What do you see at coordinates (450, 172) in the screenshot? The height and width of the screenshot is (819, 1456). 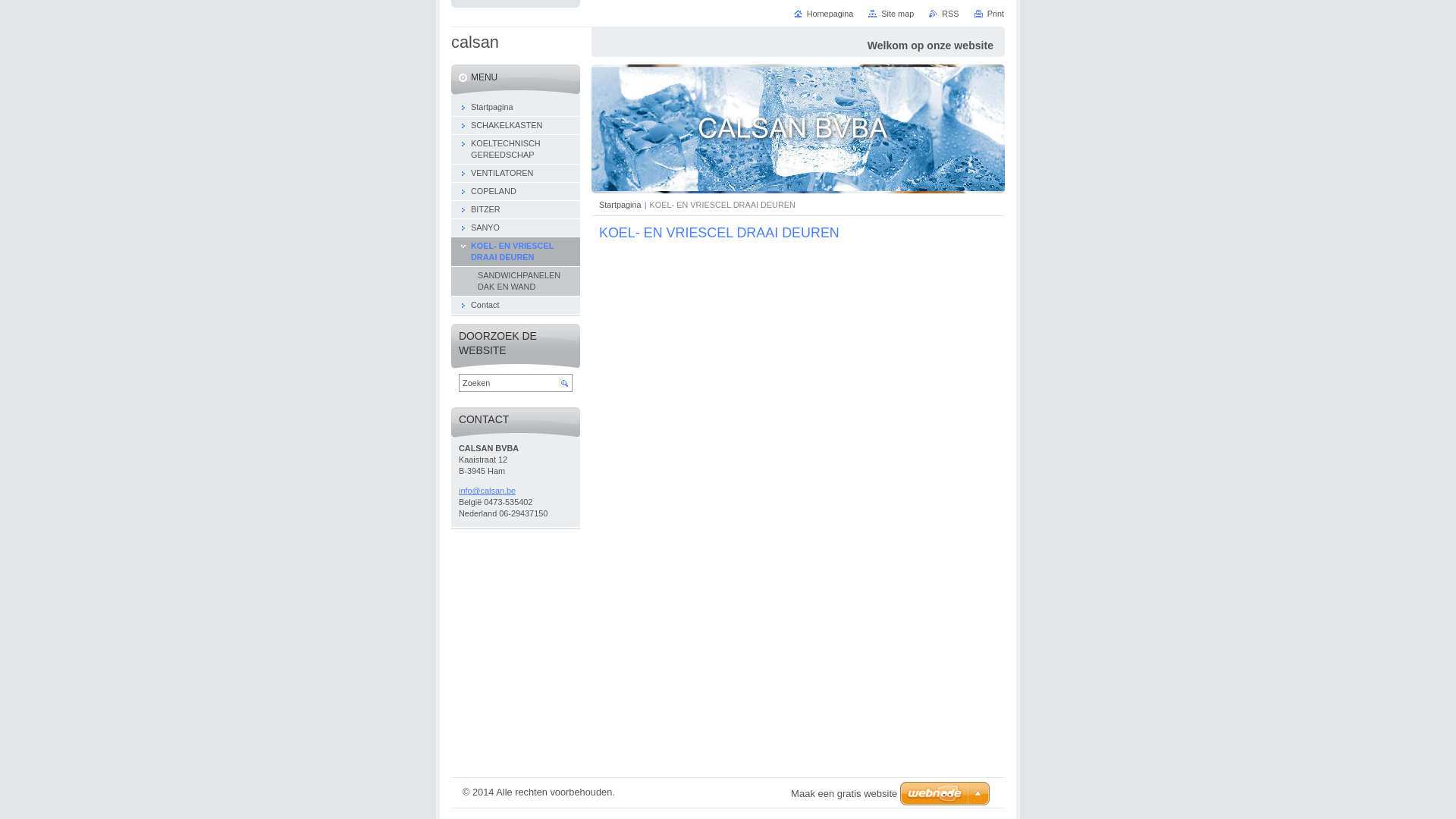 I see `'VENTILATOREN'` at bounding box center [450, 172].